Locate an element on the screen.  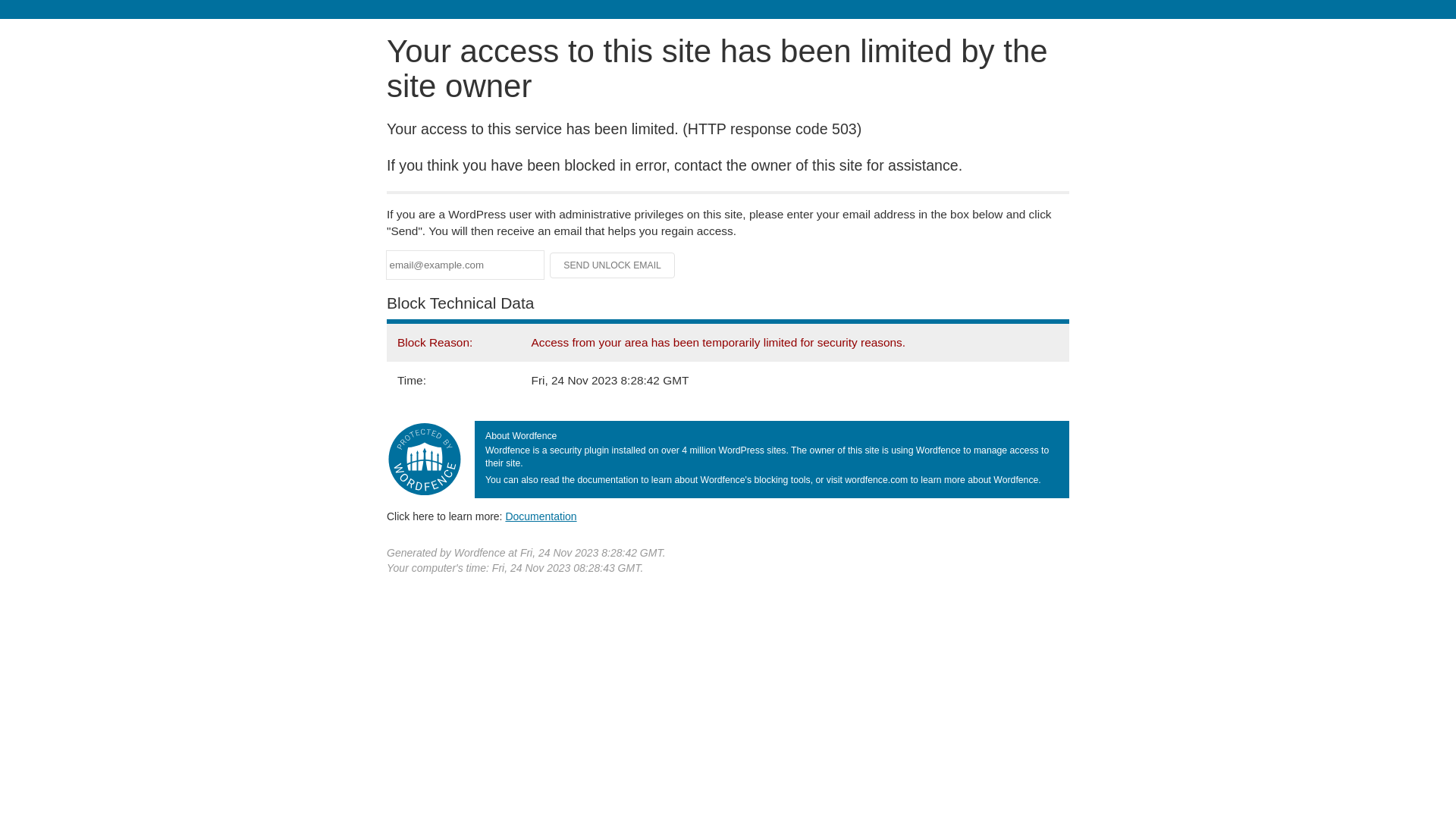
'Send Unlock Email' is located at coordinates (612, 265).